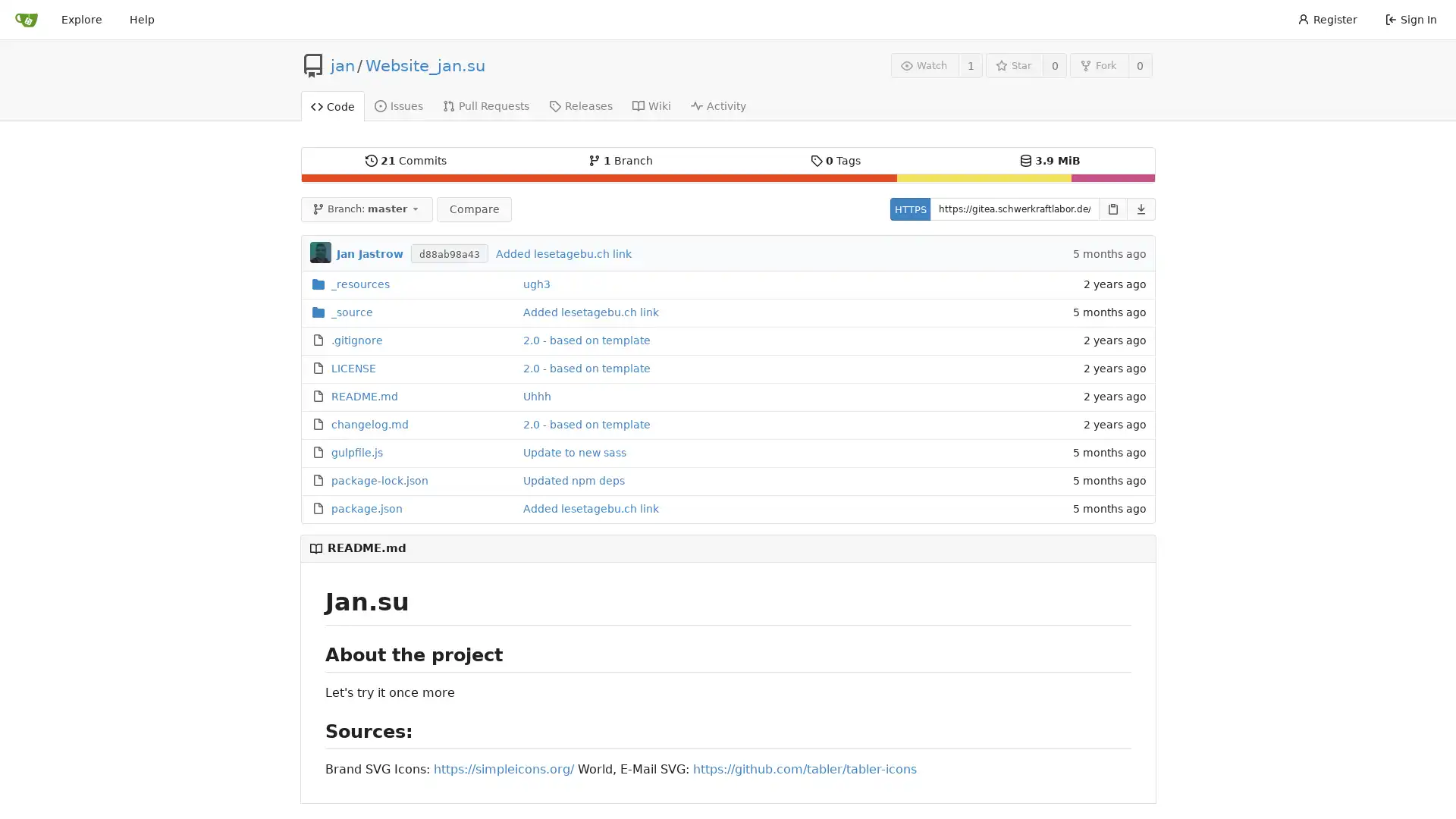  Describe the element at coordinates (909, 209) in the screenshot. I see `HTTPS` at that location.